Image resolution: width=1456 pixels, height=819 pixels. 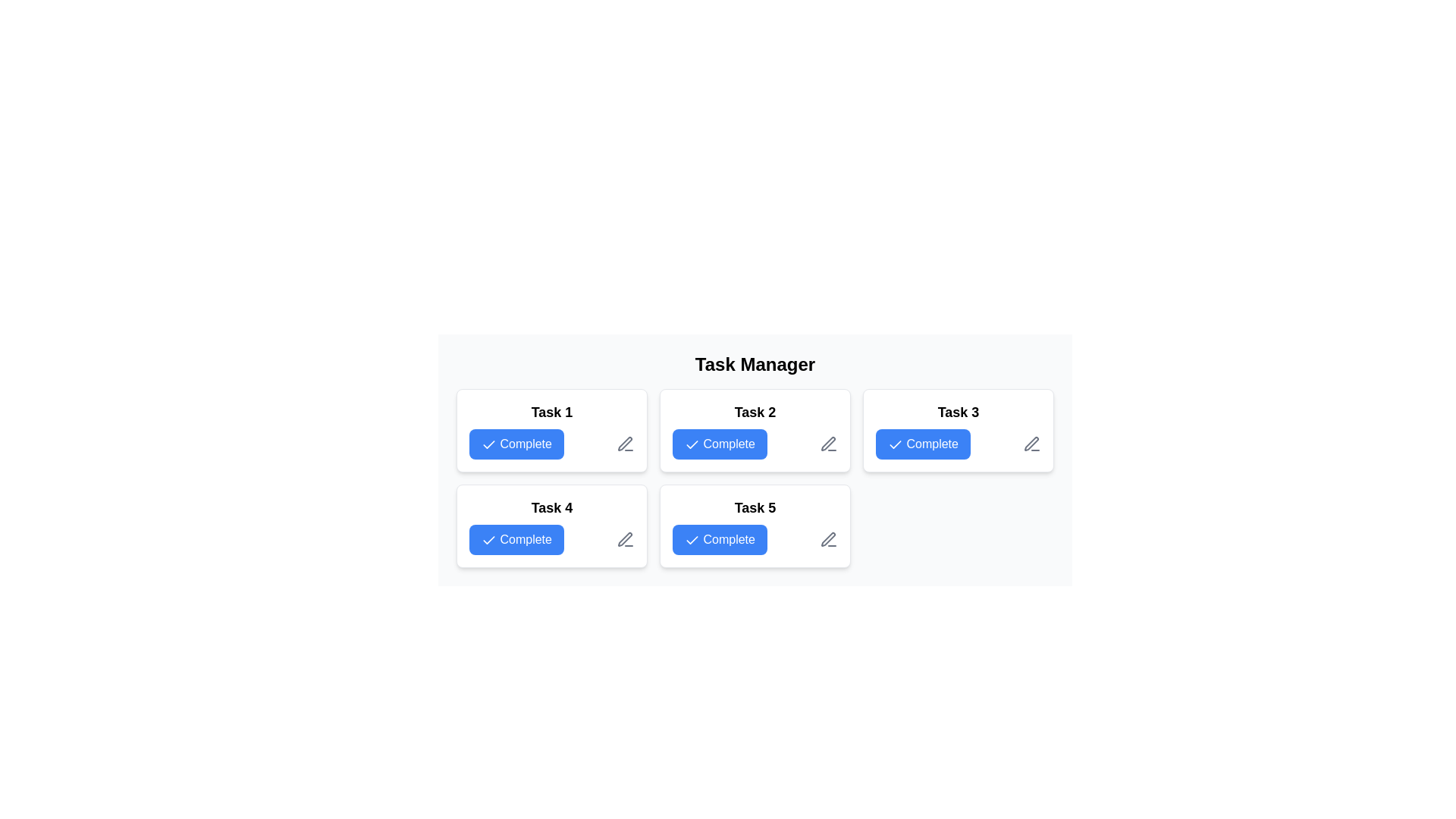 What do you see at coordinates (755, 508) in the screenshot?
I see `the Text label that serves as the title for the task card within the 'Task 5 Complete' card located in the bottom row, middle column of the task grid` at bounding box center [755, 508].